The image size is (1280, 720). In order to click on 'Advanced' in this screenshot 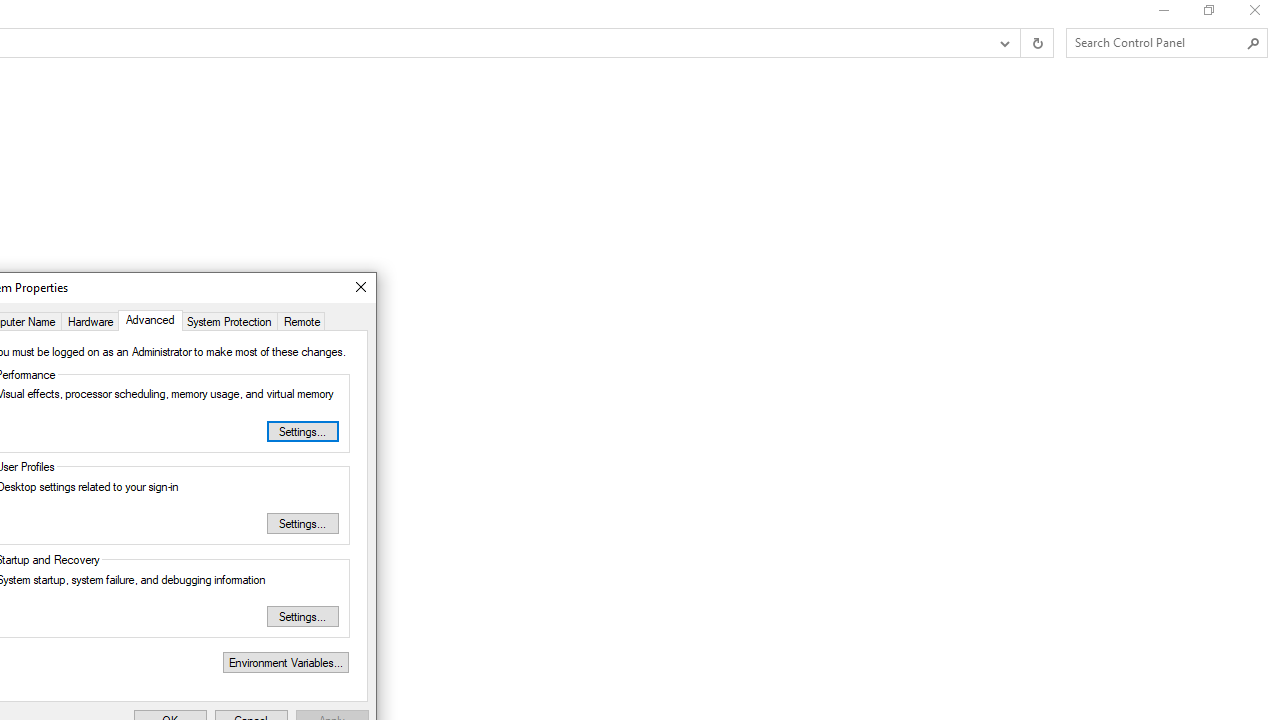, I will do `click(149, 319)`.